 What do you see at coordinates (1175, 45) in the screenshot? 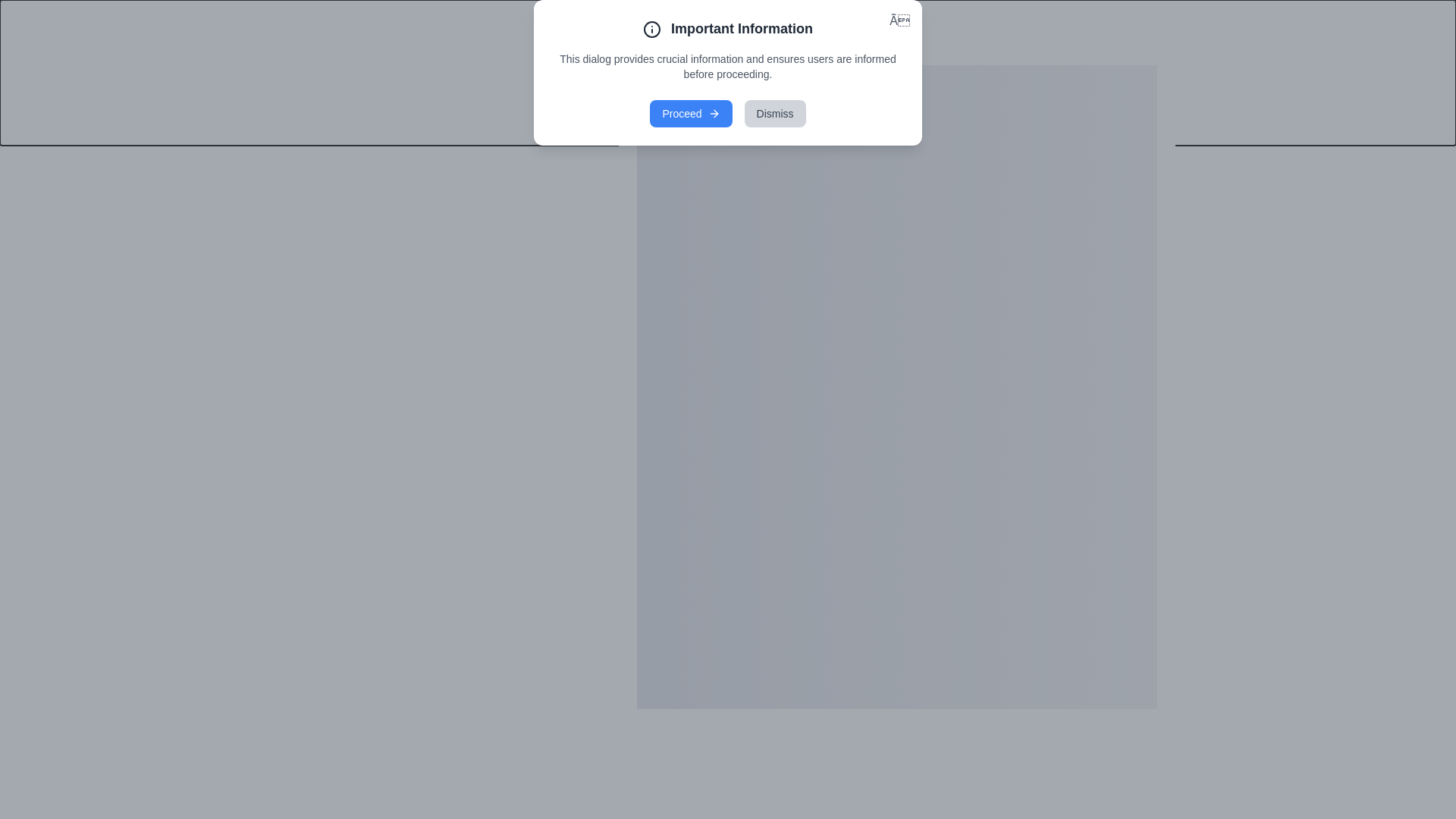
I see `the close button located at the top-right corner of the dialog` at bounding box center [1175, 45].